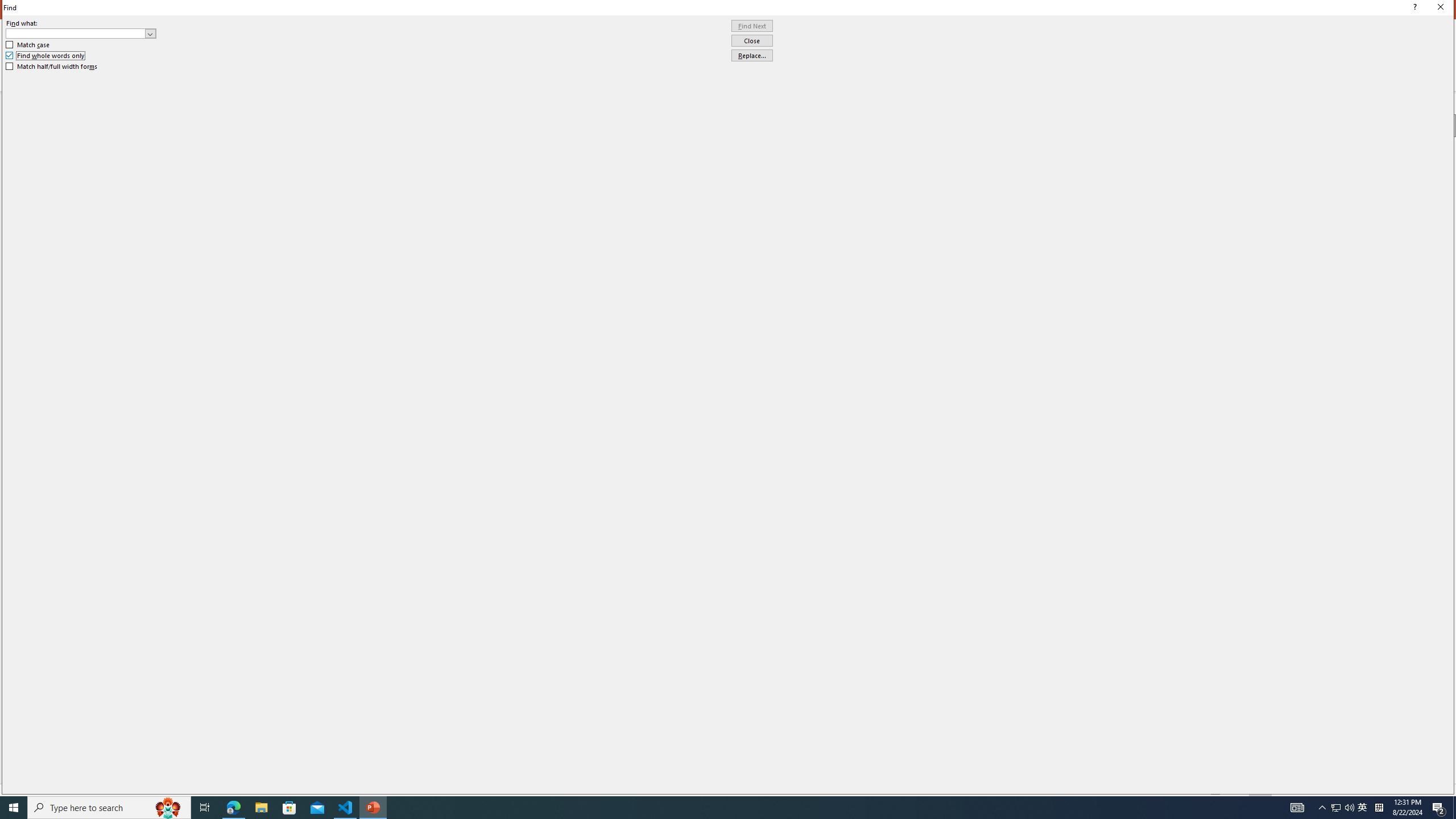 The height and width of the screenshot is (819, 1456). What do you see at coordinates (81, 33) in the screenshot?
I see `'Find what'` at bounding box center [81, 33].